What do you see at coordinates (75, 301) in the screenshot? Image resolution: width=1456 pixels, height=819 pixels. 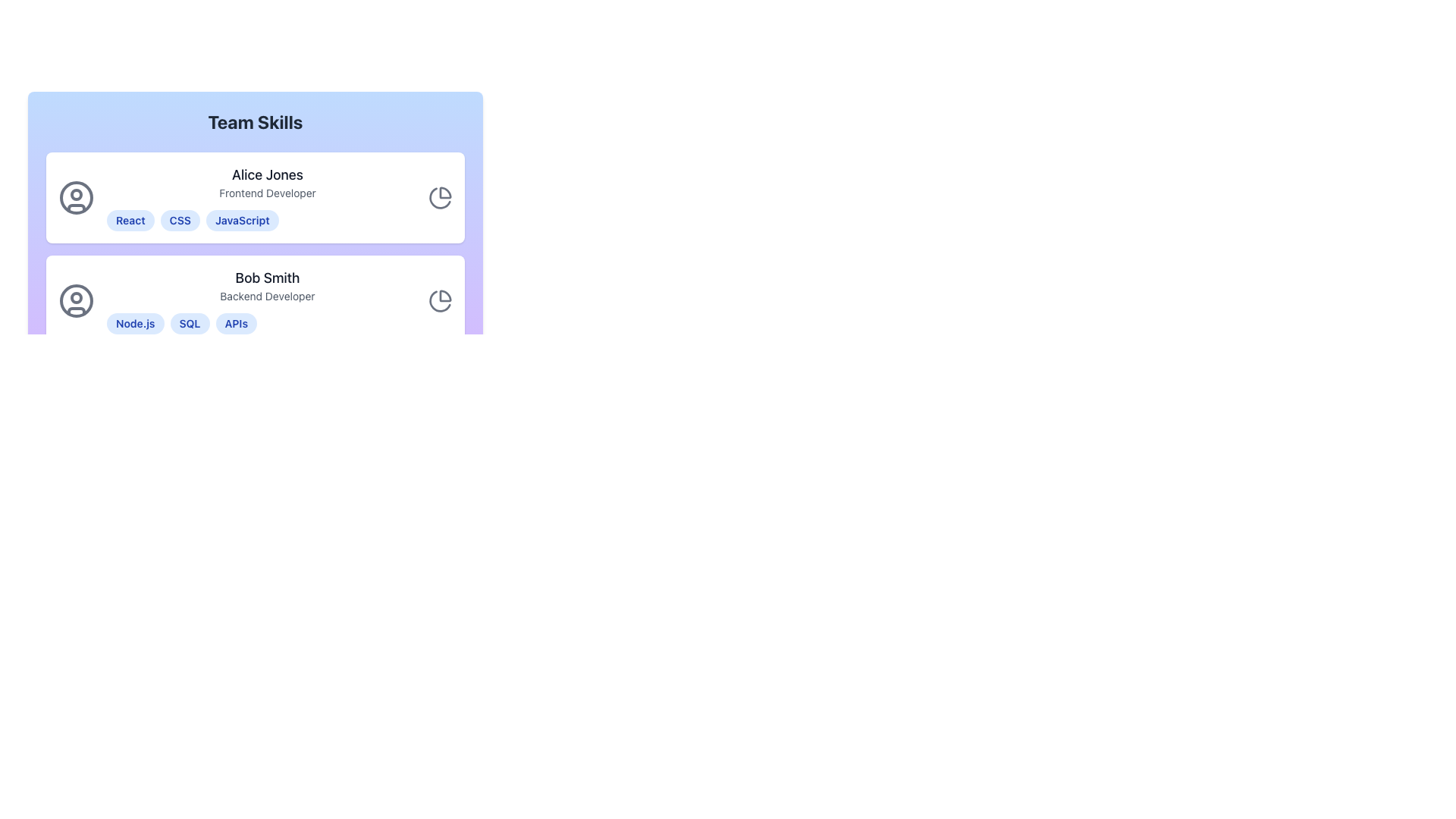 I see `the central circular vector graphic in the user's profile section on the Team Skills interface, located to the left of 'Bob Smith - Backend Developer'` at bounding box center [75, 301].